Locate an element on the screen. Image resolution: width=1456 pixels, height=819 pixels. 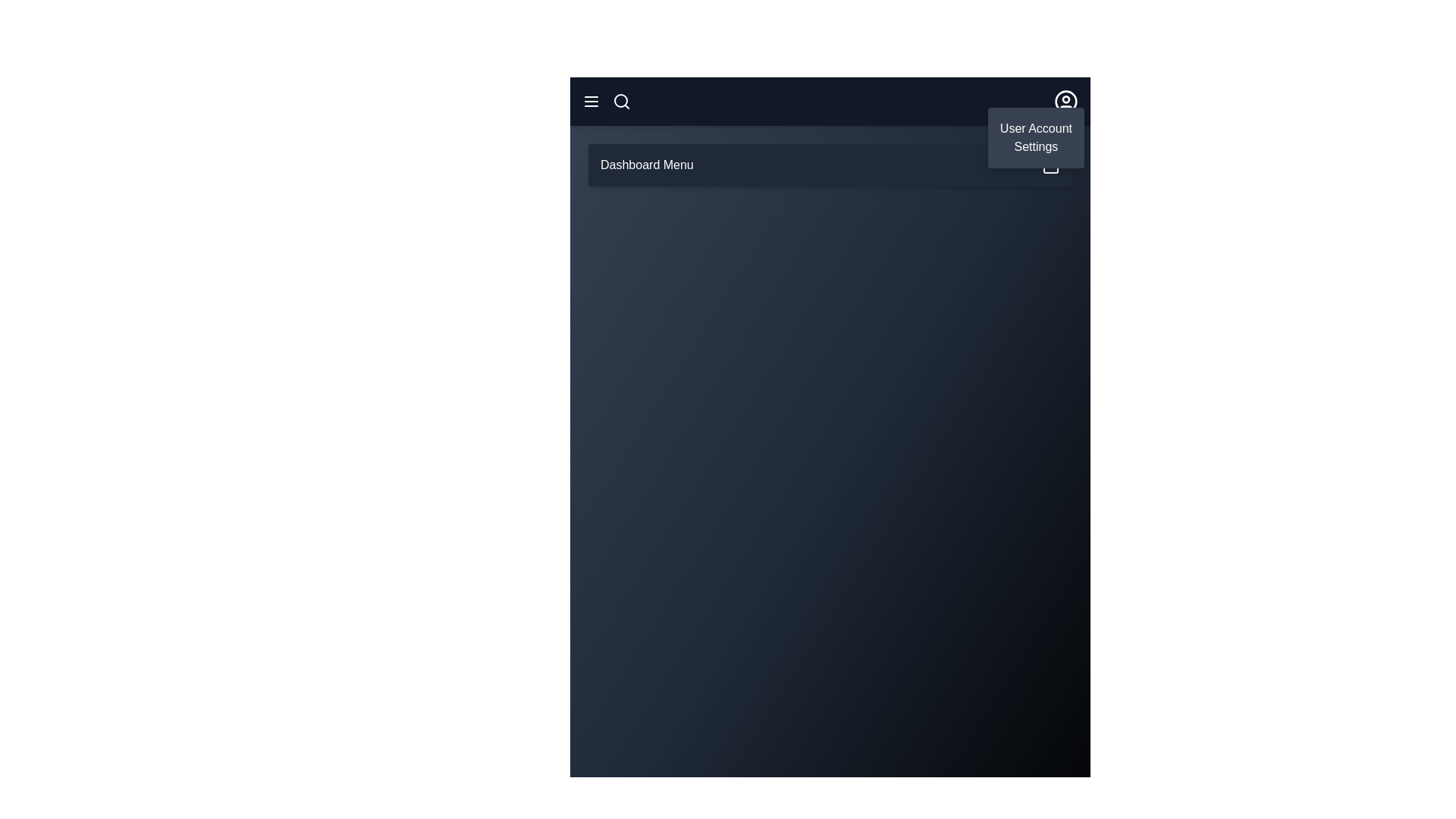
the calendar icon to inspect the calendar functionality is located at coordinates (1050, 165).